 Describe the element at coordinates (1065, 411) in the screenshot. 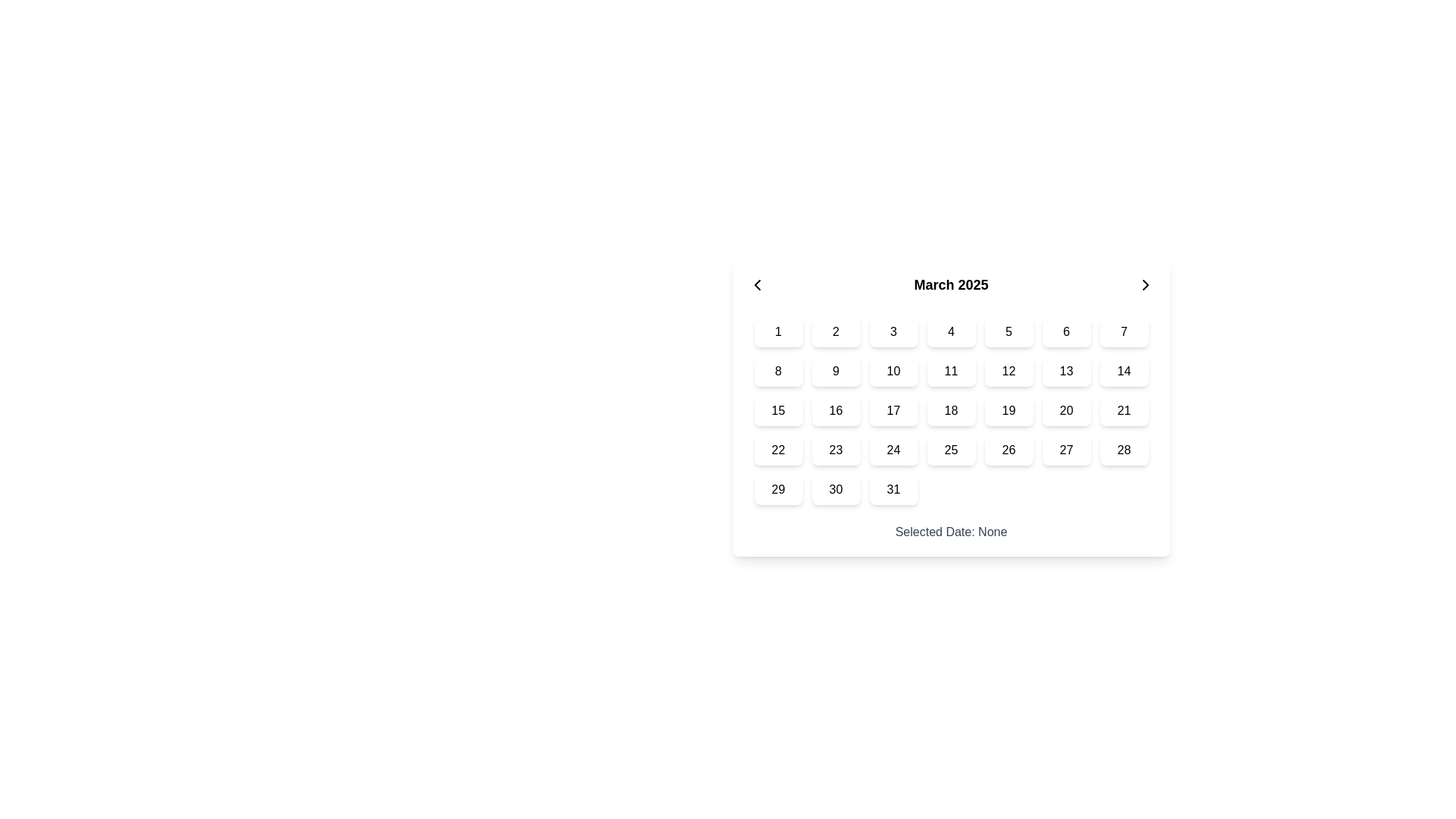

I see `the rectangular button with rounded corners displaying the number '20' in bold text, located in the 3rd row and 6th column of the date selector grid` at that location.